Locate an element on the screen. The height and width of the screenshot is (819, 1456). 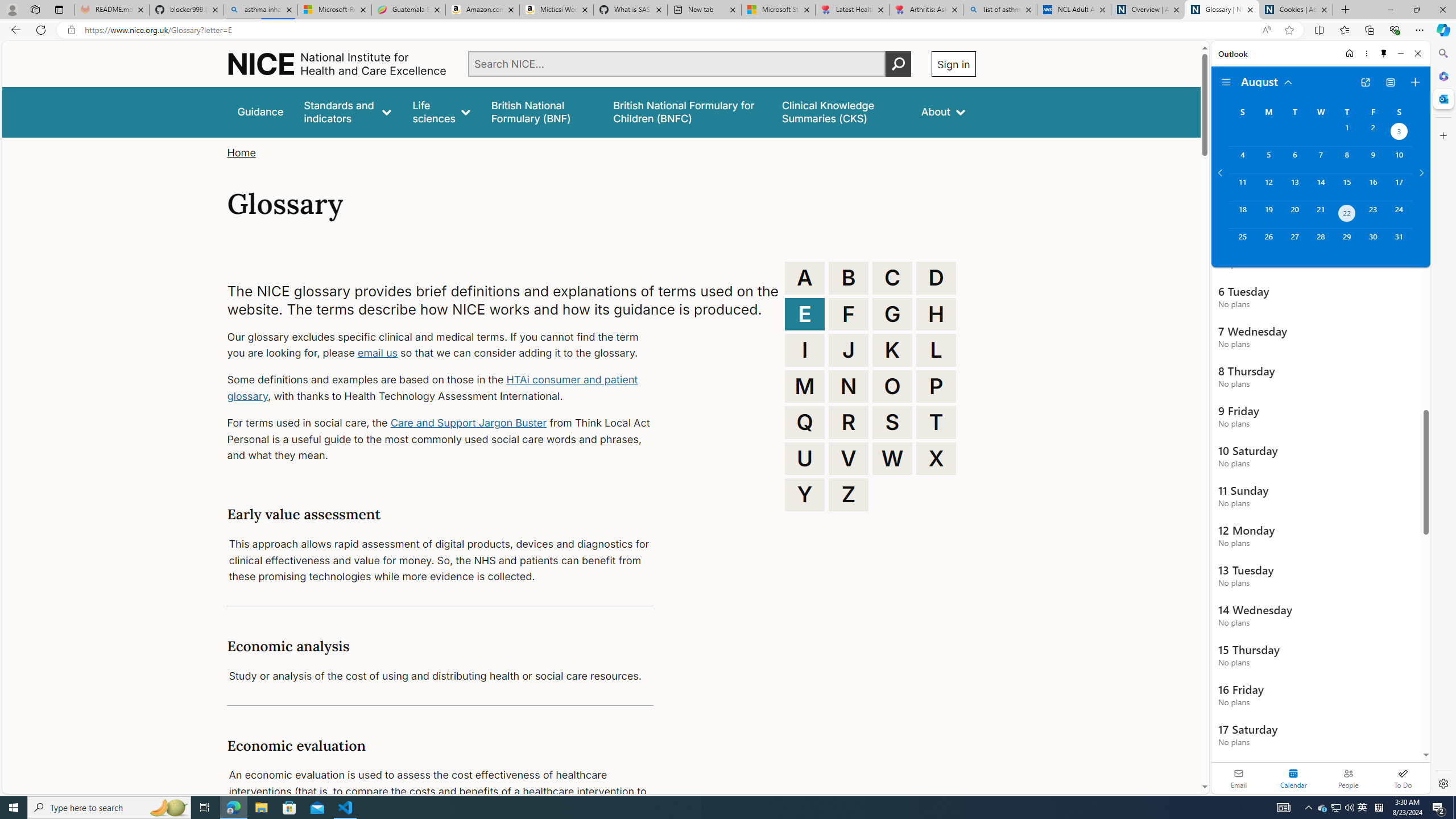
'Thursday, August 8, 2024. ' is located at coordinates (1347, 159).